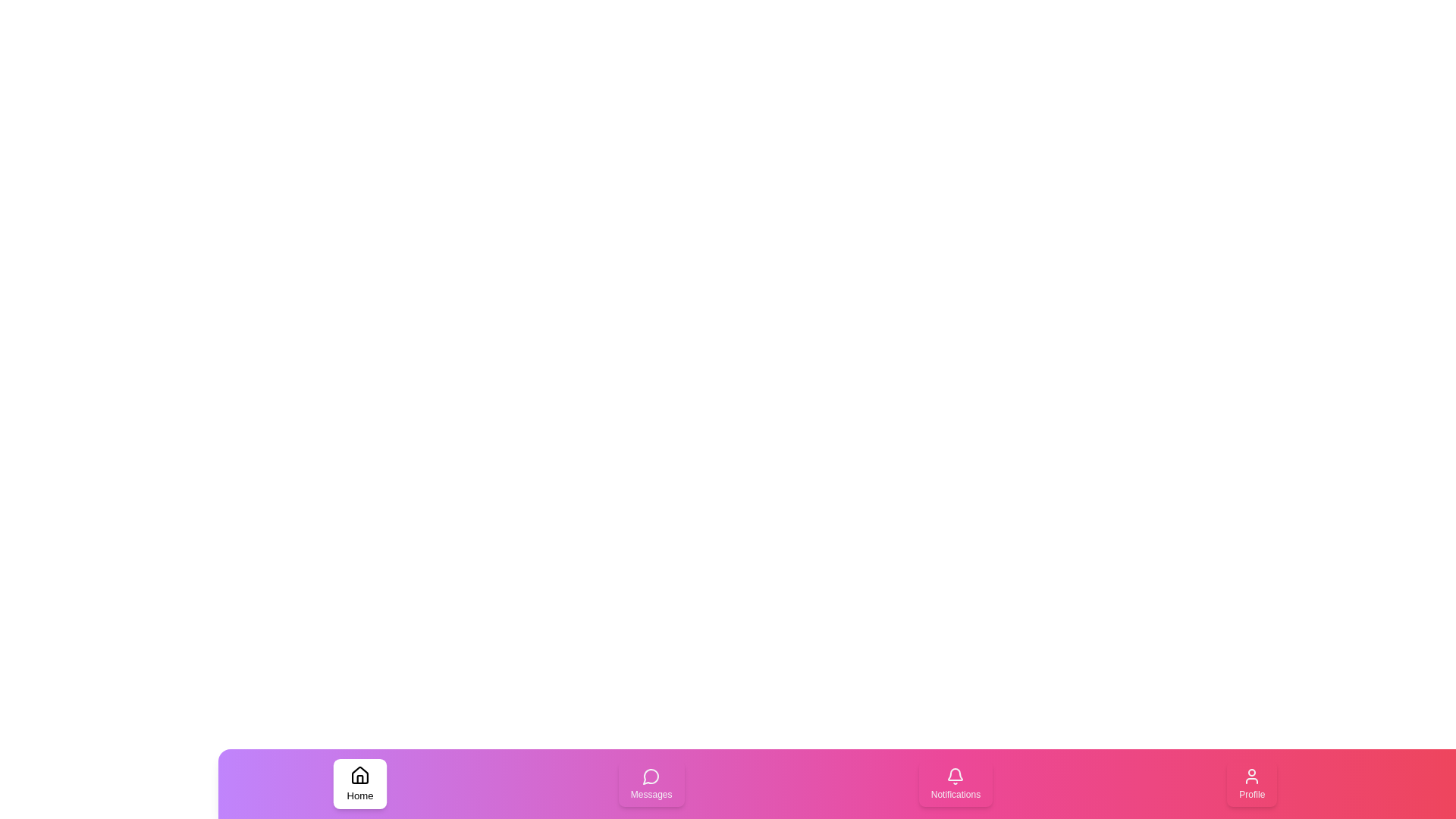 Image resolution: width=1456 pixels, height=819 pixels. I want to click on the tab labeled Profile by clicking on it, so click(1252, 783).